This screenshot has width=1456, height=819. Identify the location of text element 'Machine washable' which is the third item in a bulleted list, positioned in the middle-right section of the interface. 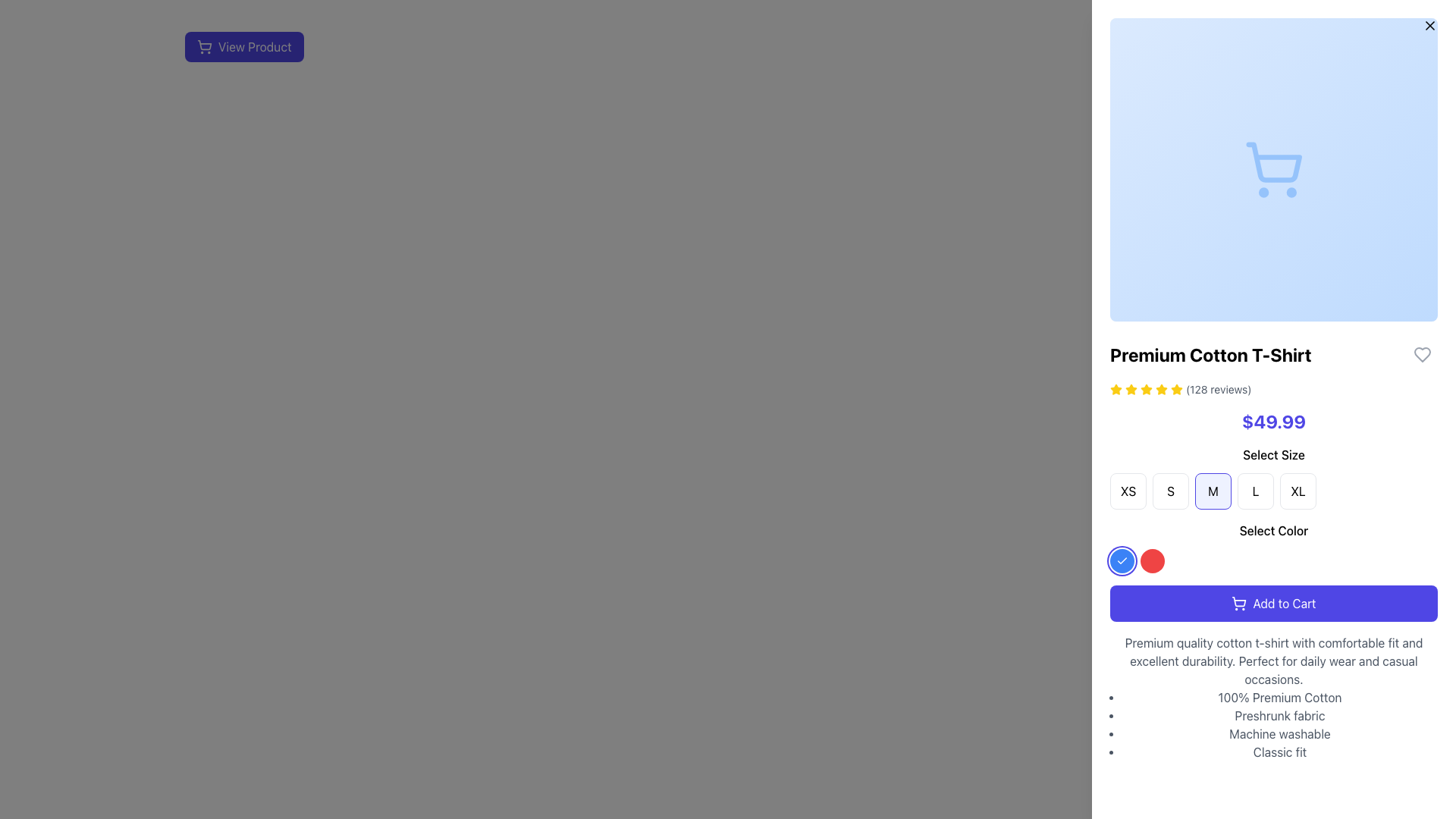
(1279, 733).